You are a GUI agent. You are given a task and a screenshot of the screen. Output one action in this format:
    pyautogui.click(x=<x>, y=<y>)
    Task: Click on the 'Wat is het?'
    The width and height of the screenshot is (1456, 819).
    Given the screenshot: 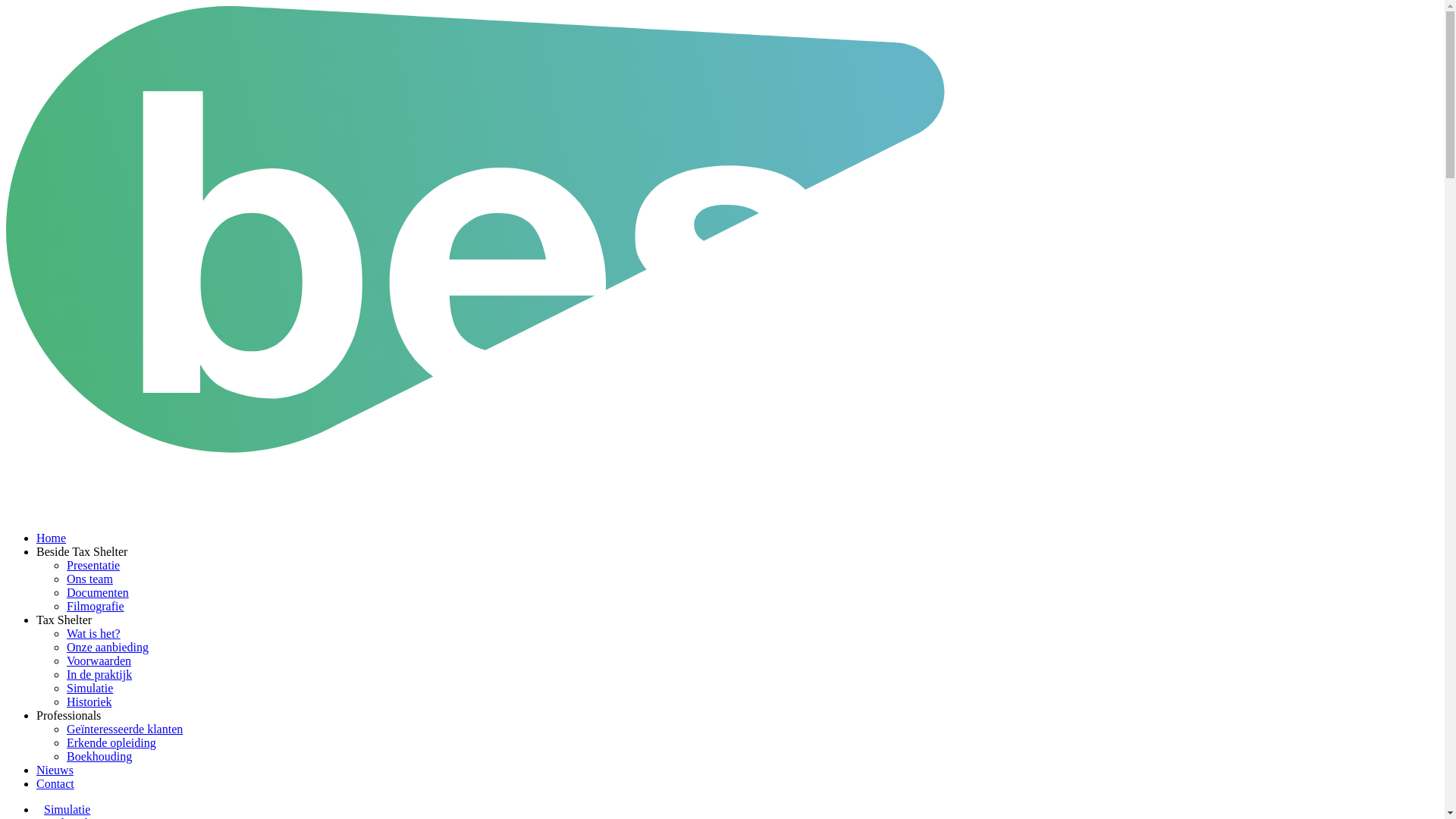 What is the action you would take?
    pyautogui.click(x=65, y=633)
    